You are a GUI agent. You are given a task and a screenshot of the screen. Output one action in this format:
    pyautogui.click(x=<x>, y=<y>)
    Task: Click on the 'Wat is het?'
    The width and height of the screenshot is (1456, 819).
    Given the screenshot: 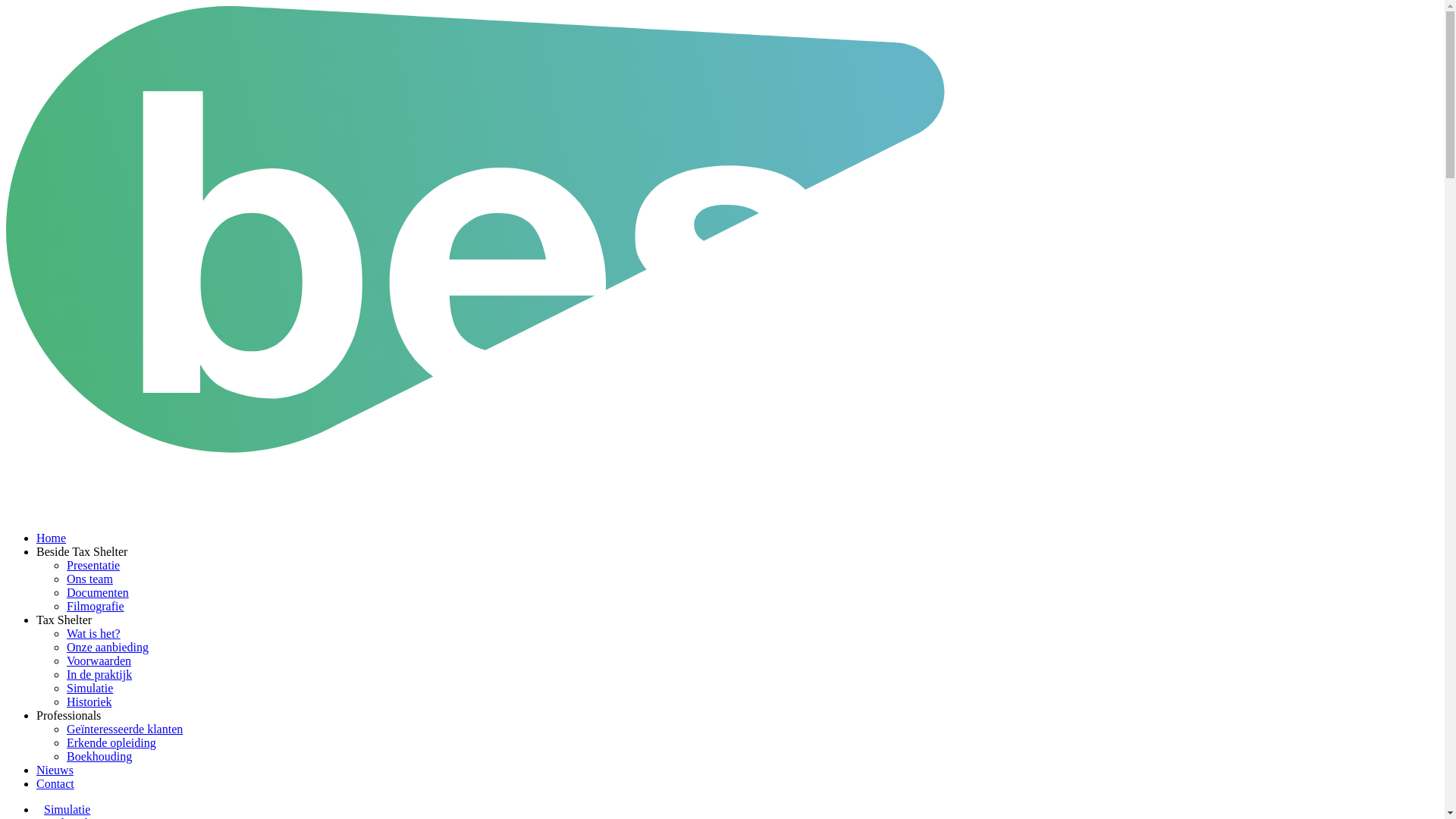 What is the action you would take?
    pyautogui.click(x=65, y=633)
    